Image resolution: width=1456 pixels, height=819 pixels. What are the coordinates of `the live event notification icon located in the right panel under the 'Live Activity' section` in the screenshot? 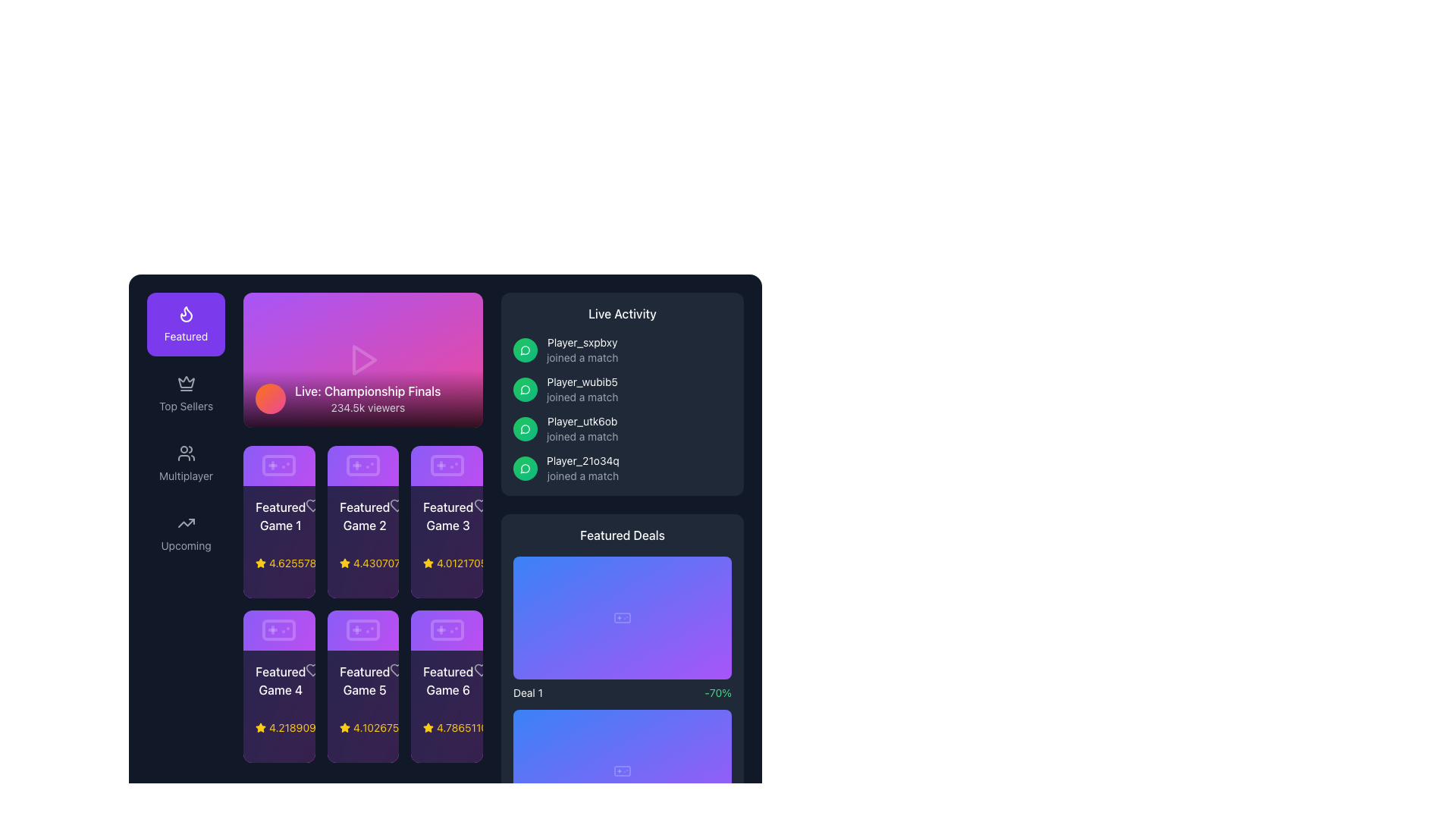 It's located at (525, 468).